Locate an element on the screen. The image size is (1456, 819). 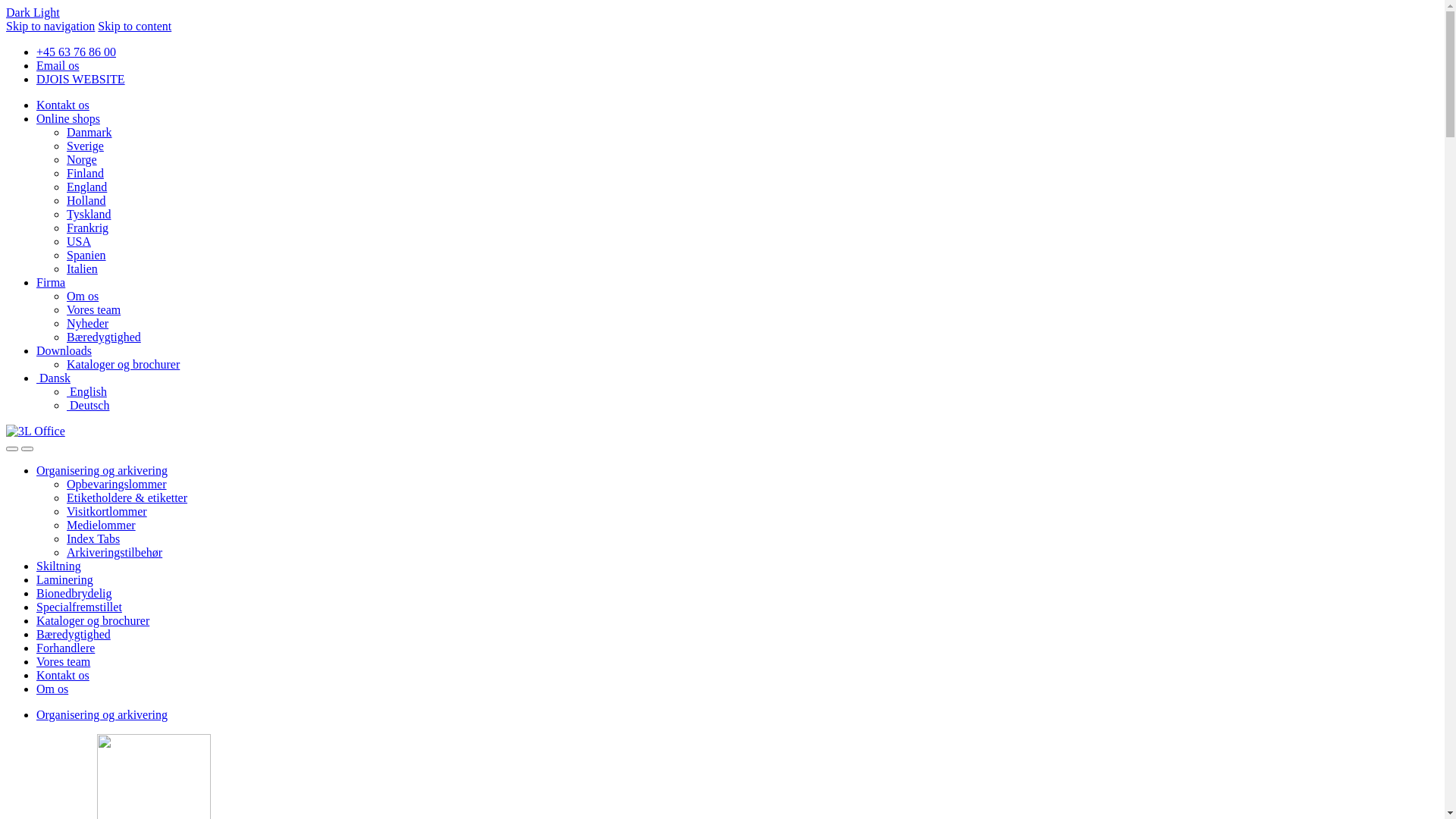
'Visitkortlommer' is located at coordinates (105, 511).